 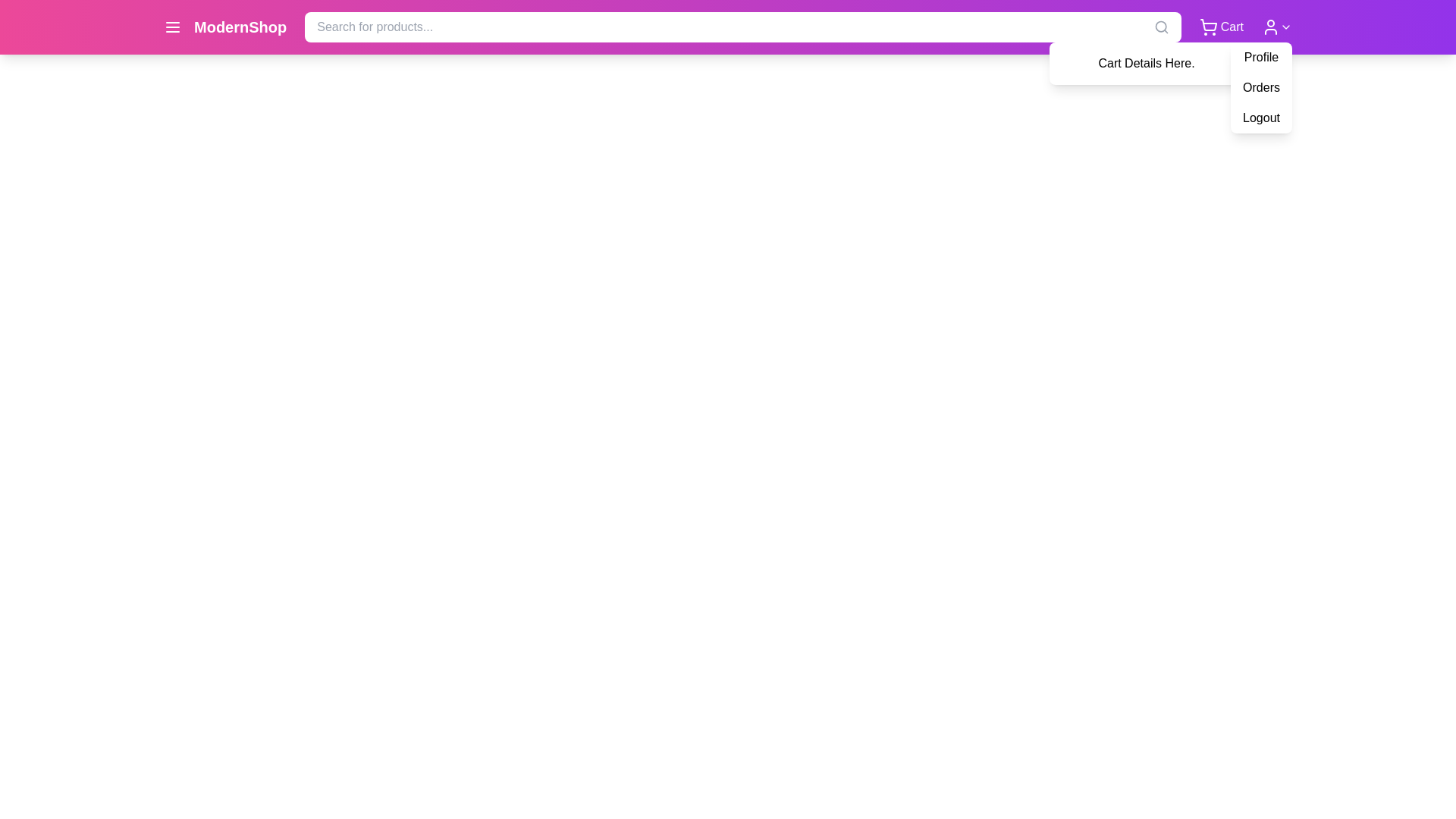 I want to click on the shopping cart icon and text located at the top-right corner of the navigation bar, so click(x=1221, y=27).